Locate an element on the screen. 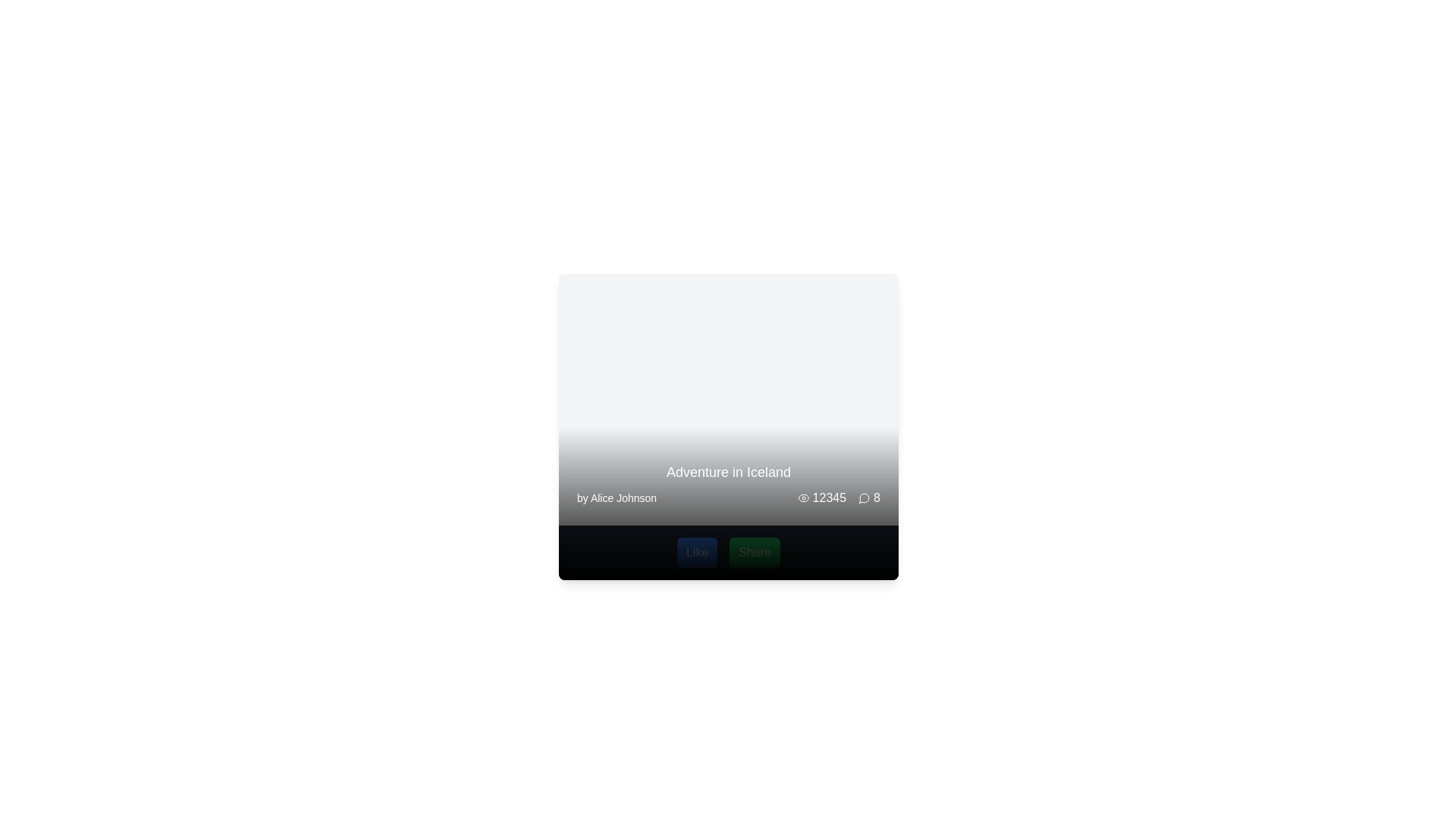 The image size is (1456, 819). the comment icon with the number '8' adjacent to it, located at the bottom right corner of the card is located at coordinates (869, 497).